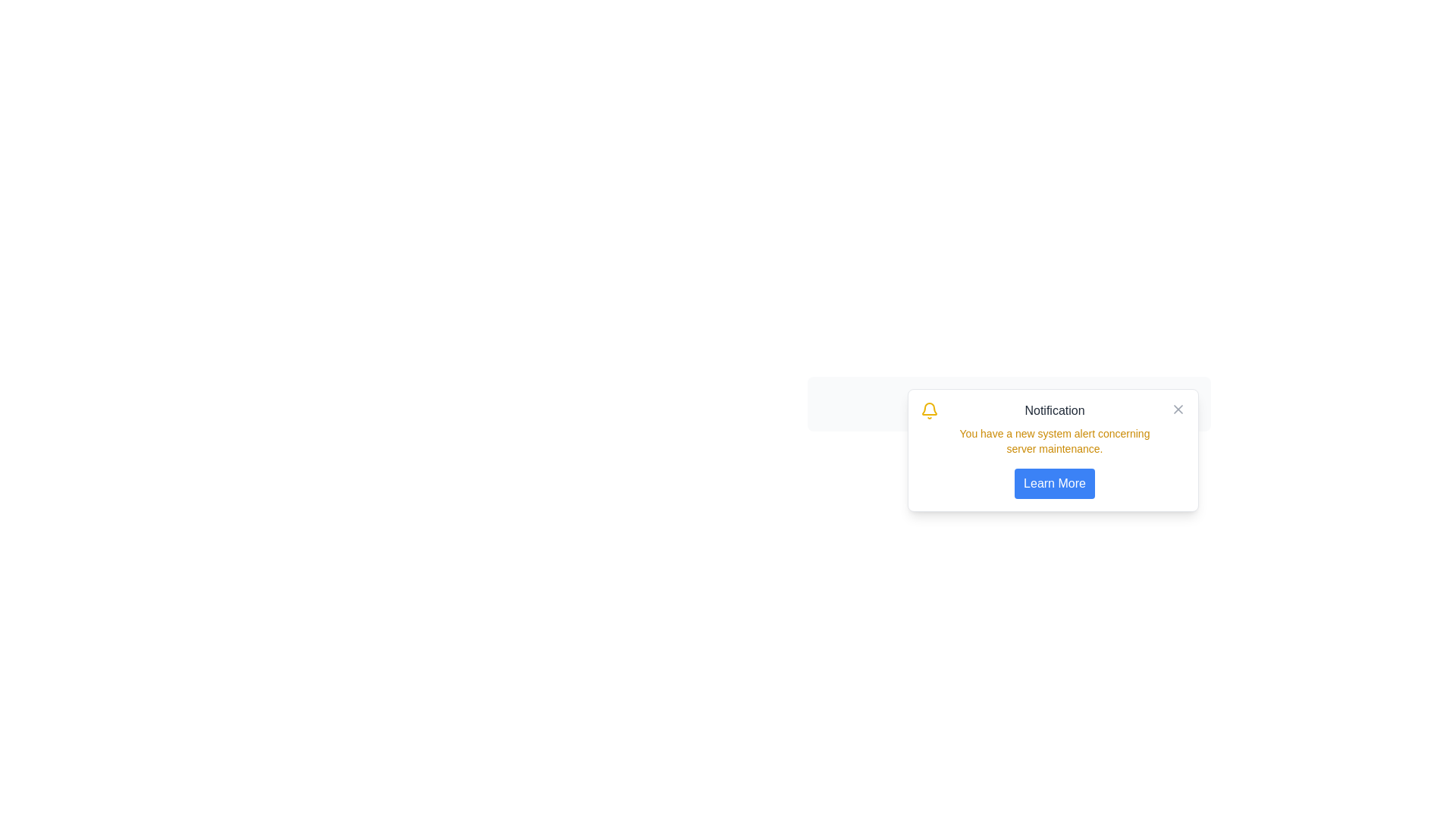 The image size is (1456, 819). I want to click on the 'X' icon in the upper-right corner of the notification box, so click(1178, 409).